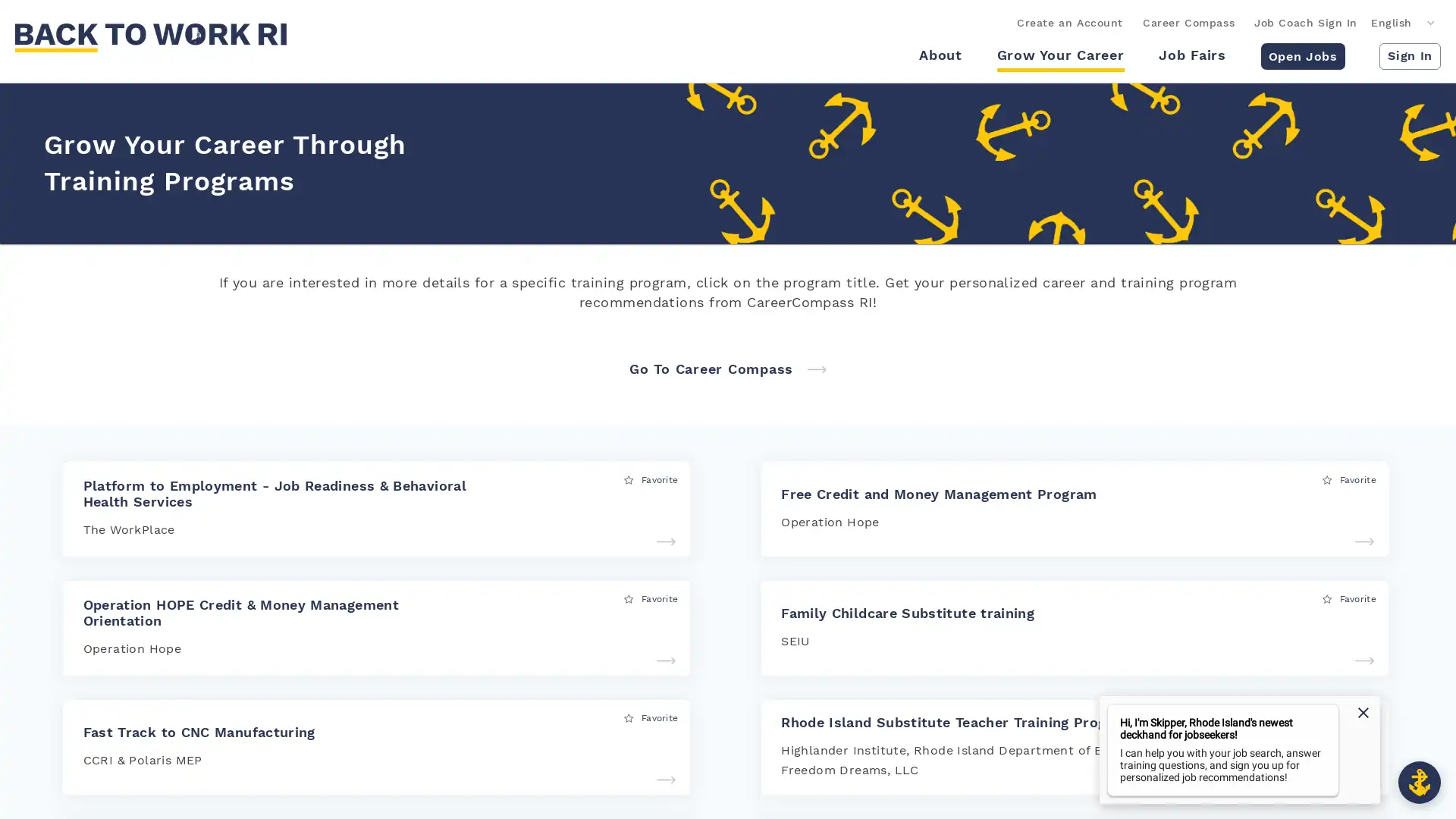 The height and width of the screenshot is (819, 1456). I want to click on not favorite Favorite, so click(1349, 717).